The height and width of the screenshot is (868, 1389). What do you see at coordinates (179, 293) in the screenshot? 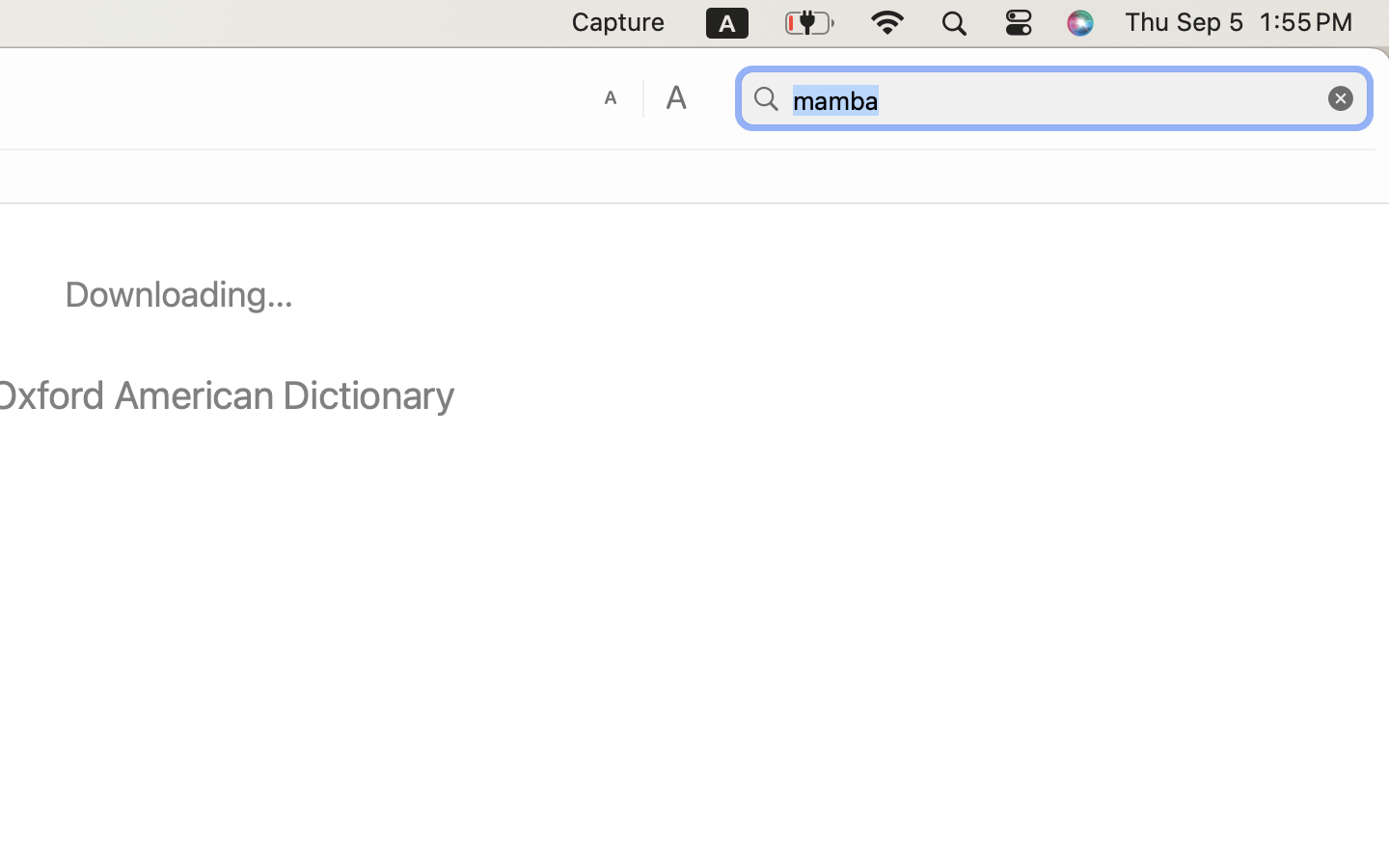
I see `'Downloading…'` at bounding box center [179, 293].